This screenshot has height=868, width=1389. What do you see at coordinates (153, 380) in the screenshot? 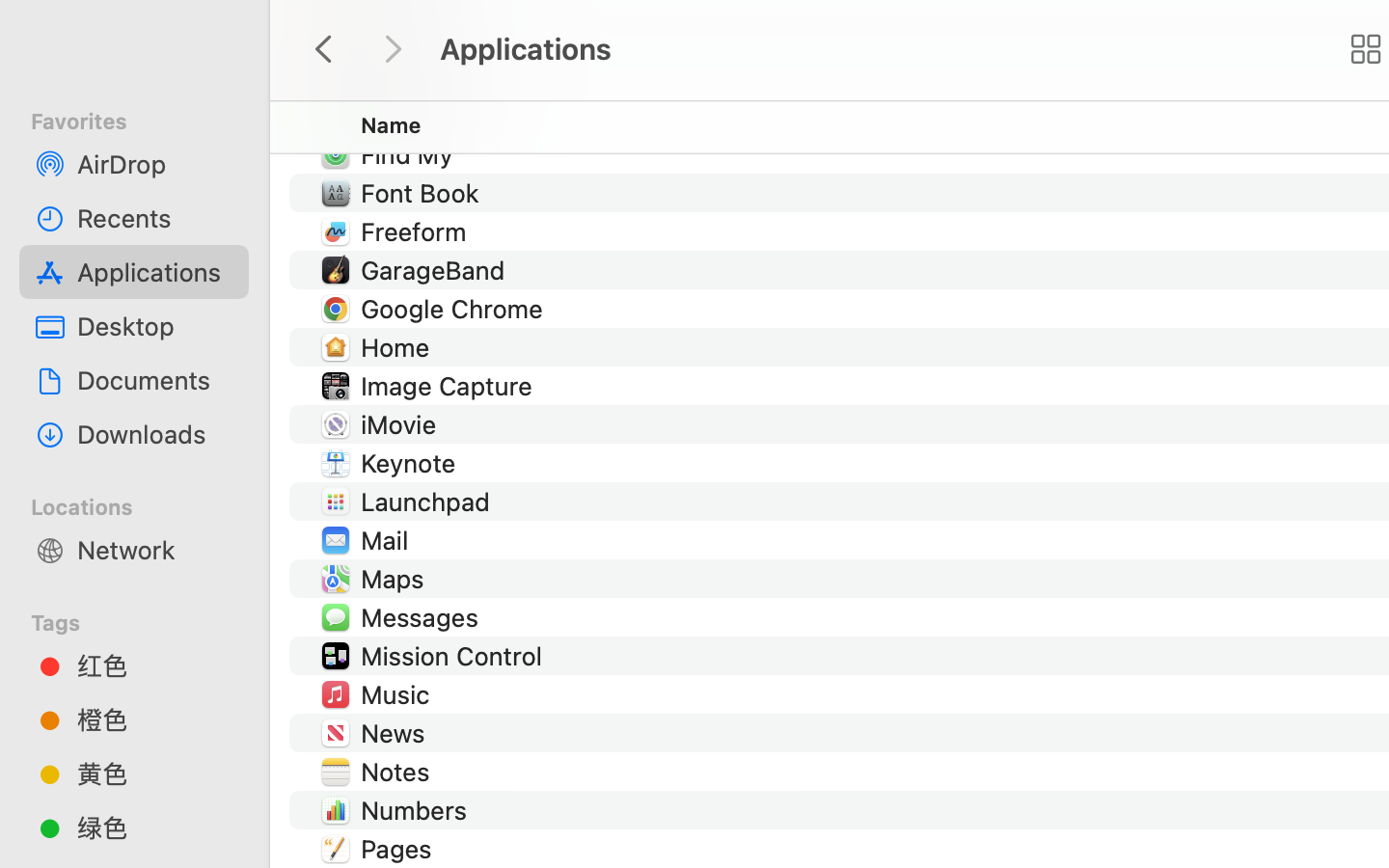
I see `'Documents'` at bounding box center [153, 380].